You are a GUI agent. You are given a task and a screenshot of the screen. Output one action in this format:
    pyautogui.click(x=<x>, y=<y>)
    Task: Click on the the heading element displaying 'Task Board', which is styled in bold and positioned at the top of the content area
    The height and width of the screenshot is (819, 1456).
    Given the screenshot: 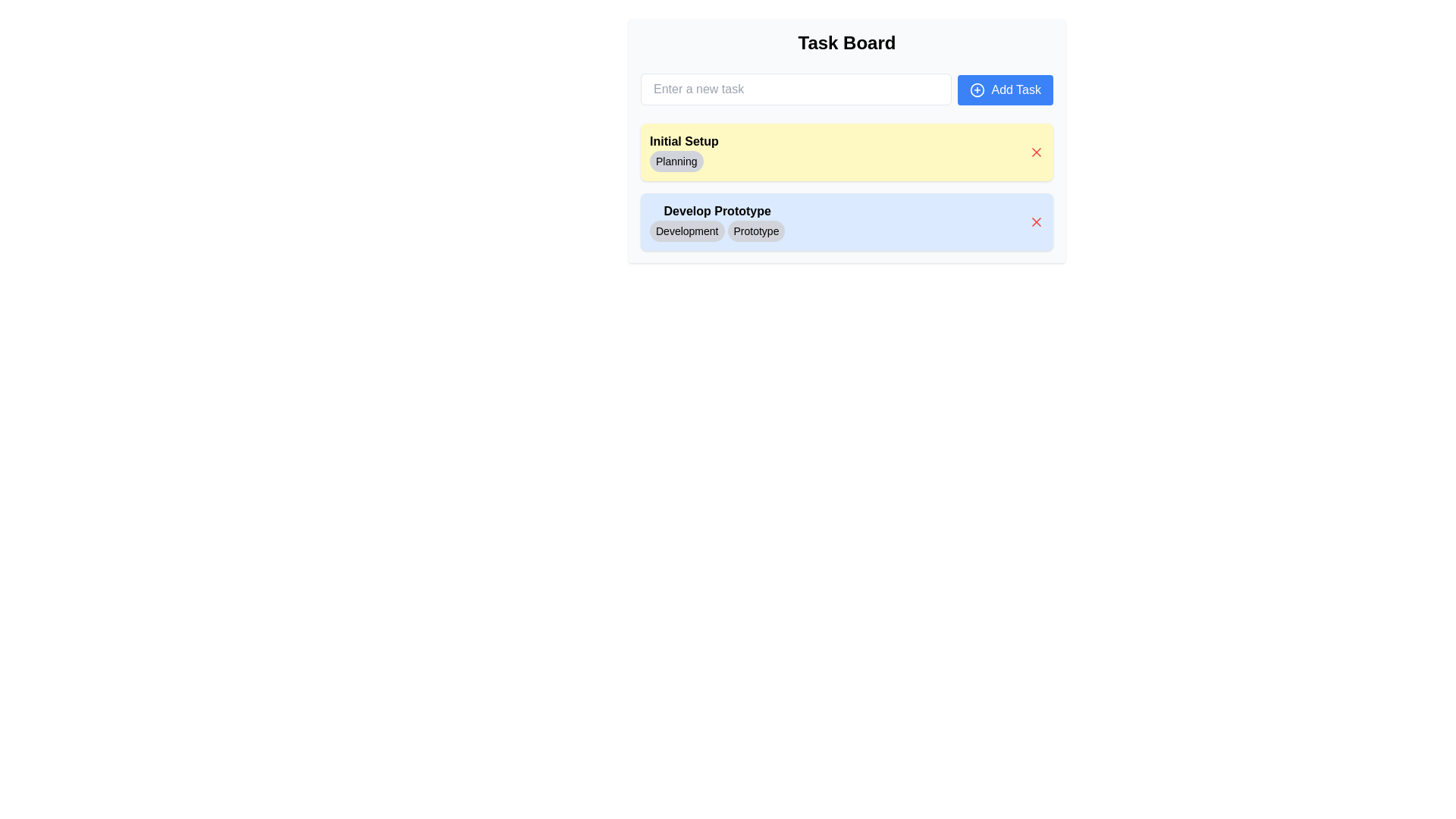 What is the action you would take?
    pyautogui.click(x=846, y=42)
    